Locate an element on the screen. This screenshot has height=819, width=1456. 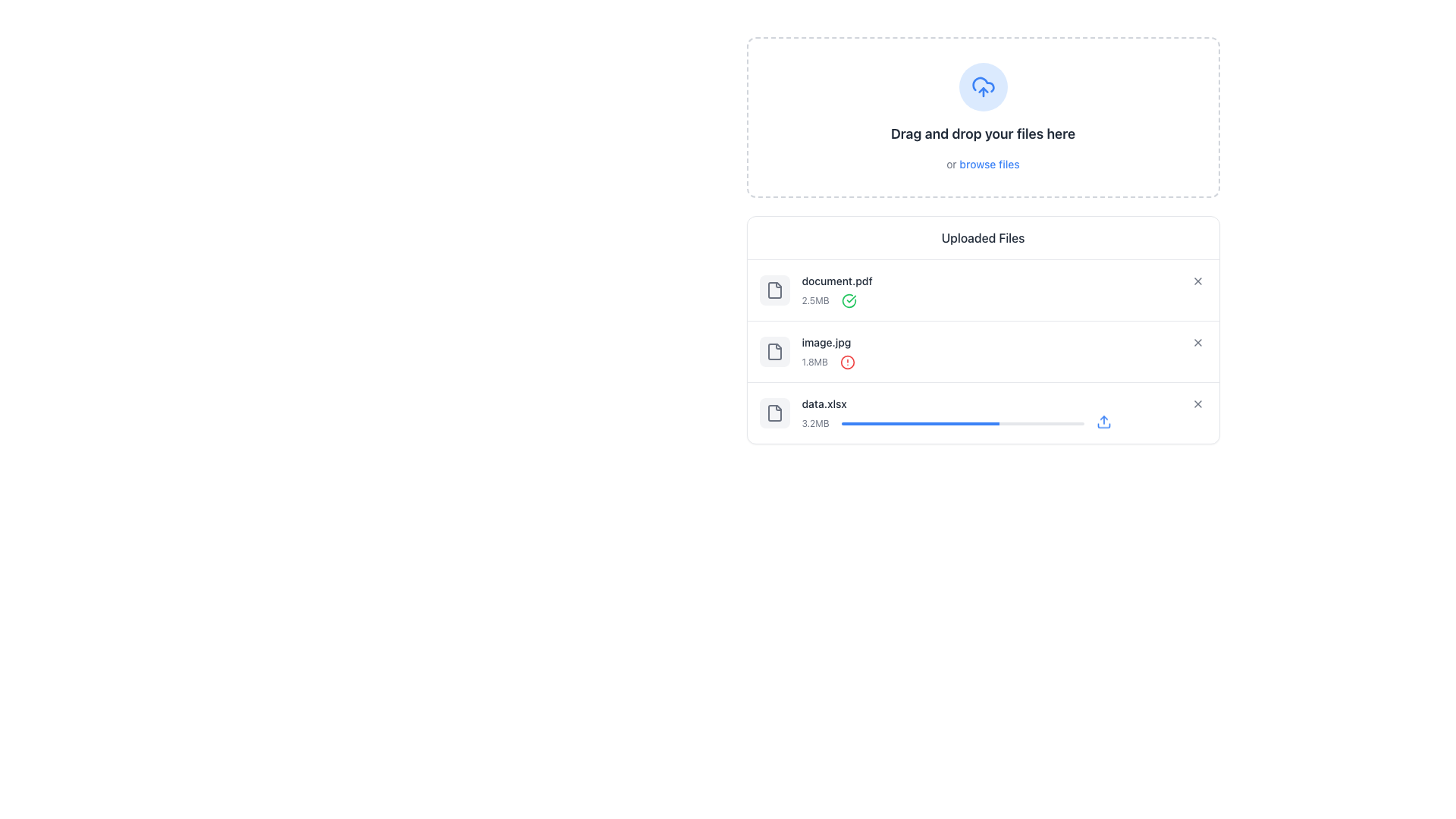
the gray document icon with a folded corner located in the file upload section to identify the file type or status is located at coordinates (774, 413).